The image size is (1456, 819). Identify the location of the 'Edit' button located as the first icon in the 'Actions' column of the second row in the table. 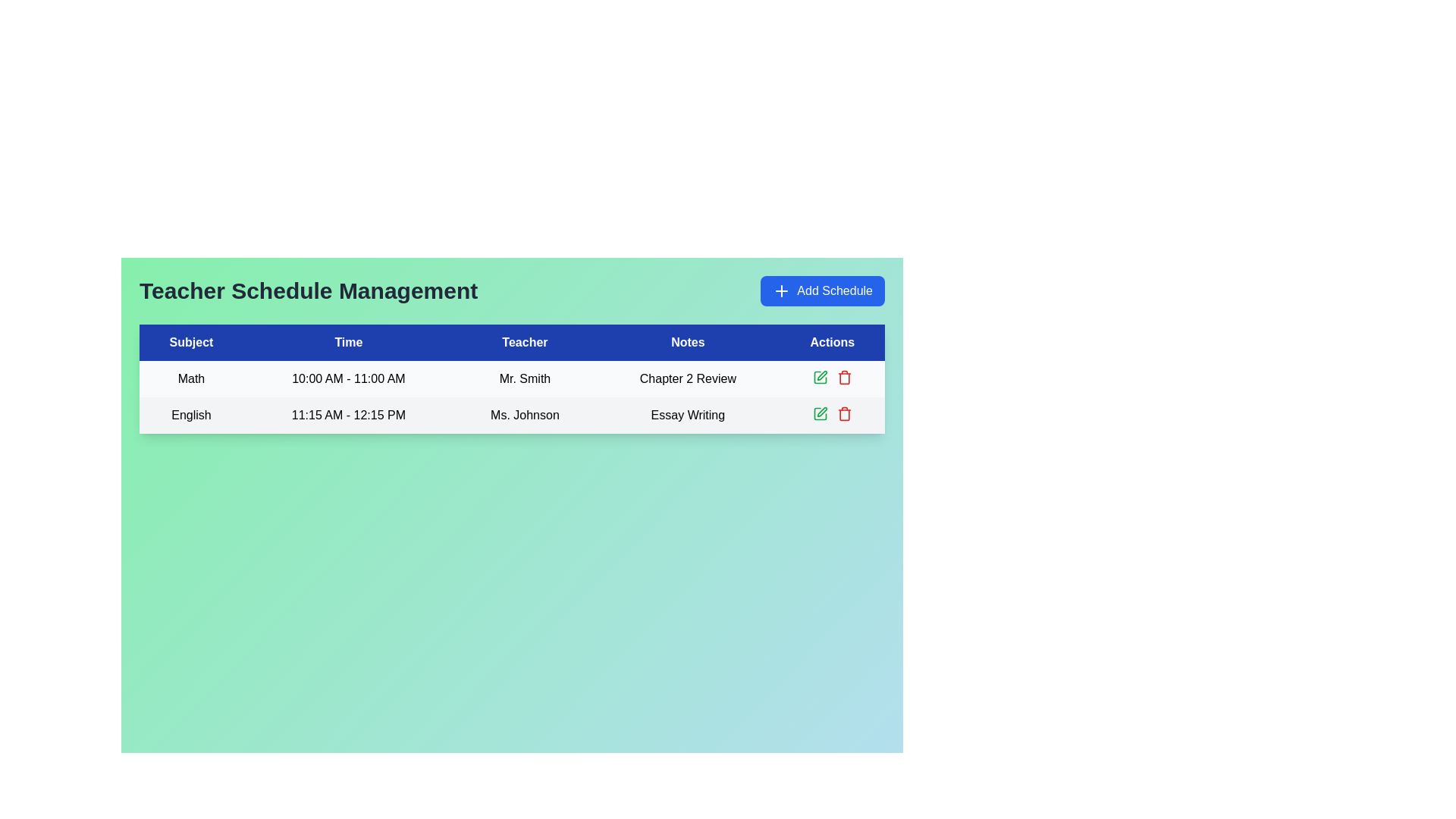
(819, 376).